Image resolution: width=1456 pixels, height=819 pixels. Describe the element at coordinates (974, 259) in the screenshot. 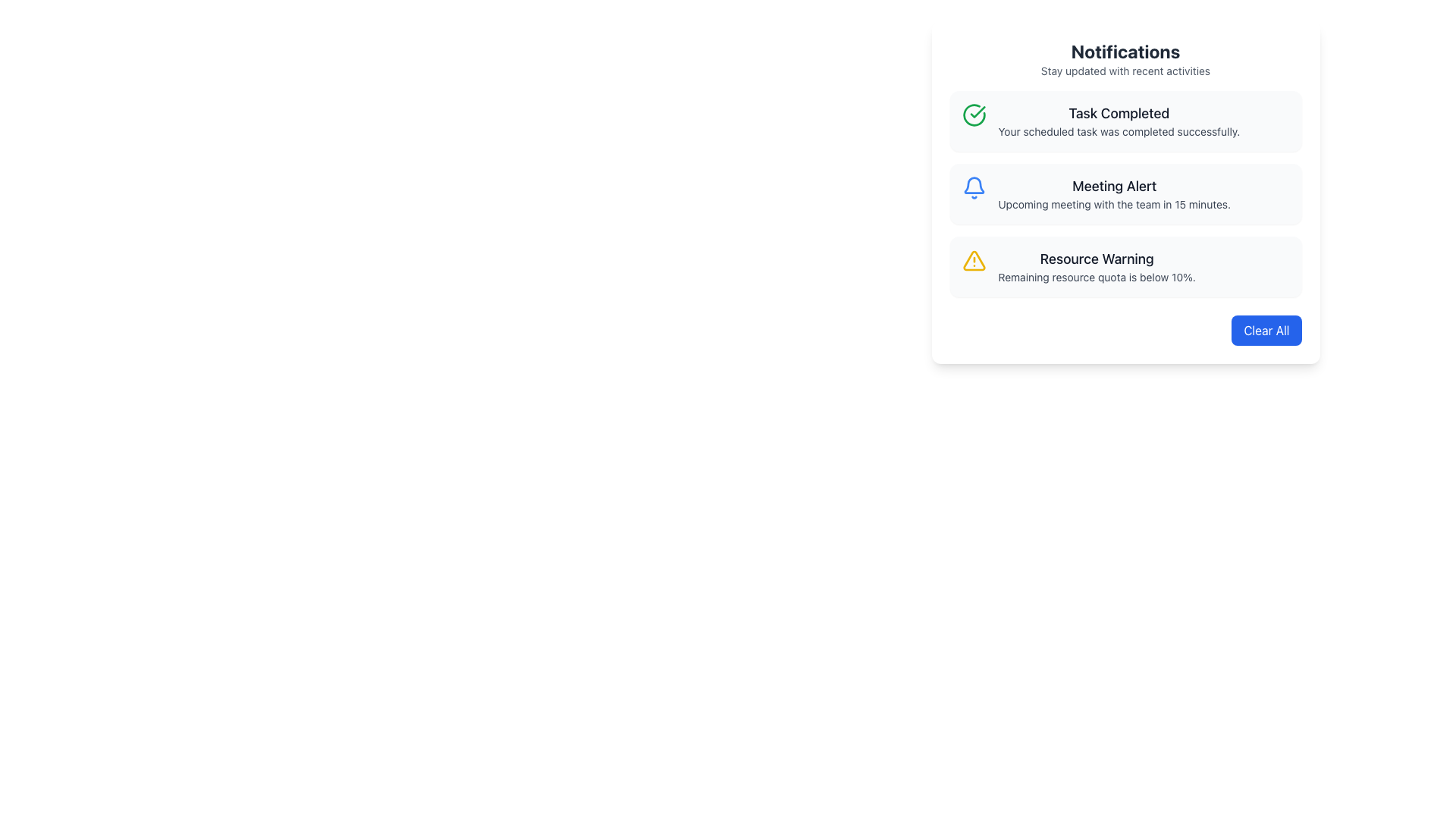

I see `the graphical icon representing the 'Resource Warning' notification` at that location.